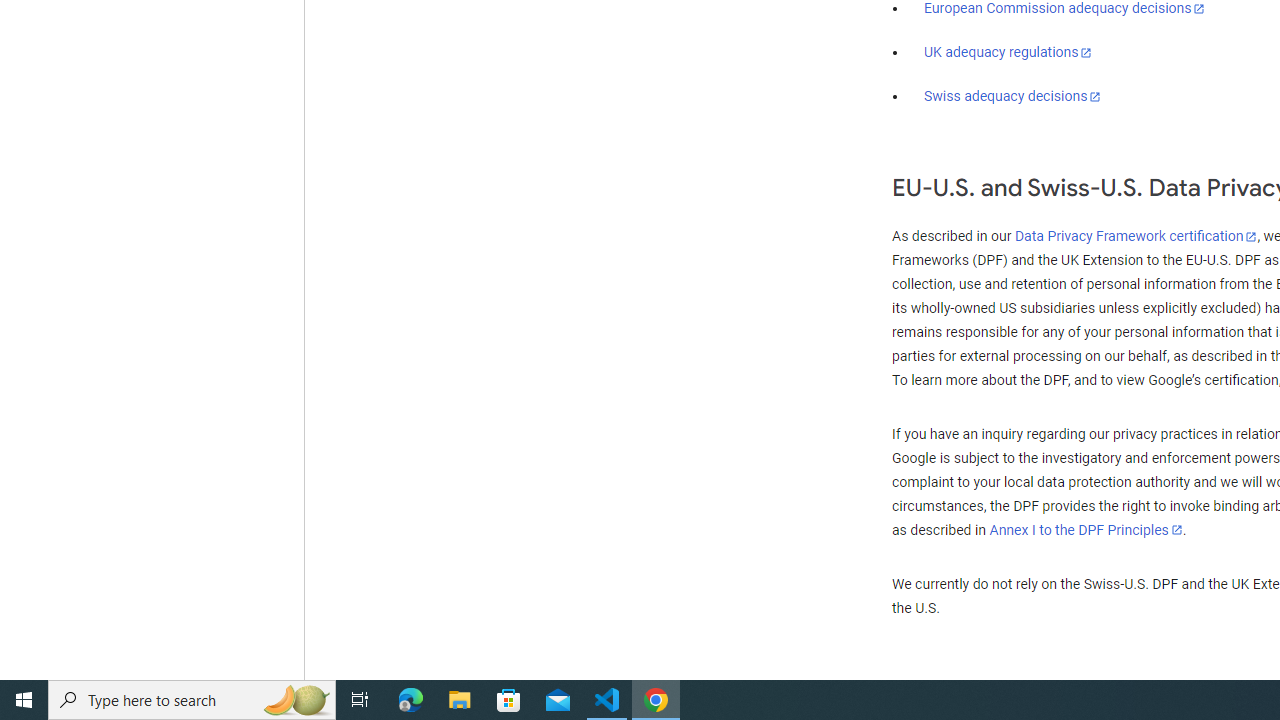 This screenshot has height=720, width=1280. I want to click on 'European Commission adequacy decisions', so click(1063, 9).